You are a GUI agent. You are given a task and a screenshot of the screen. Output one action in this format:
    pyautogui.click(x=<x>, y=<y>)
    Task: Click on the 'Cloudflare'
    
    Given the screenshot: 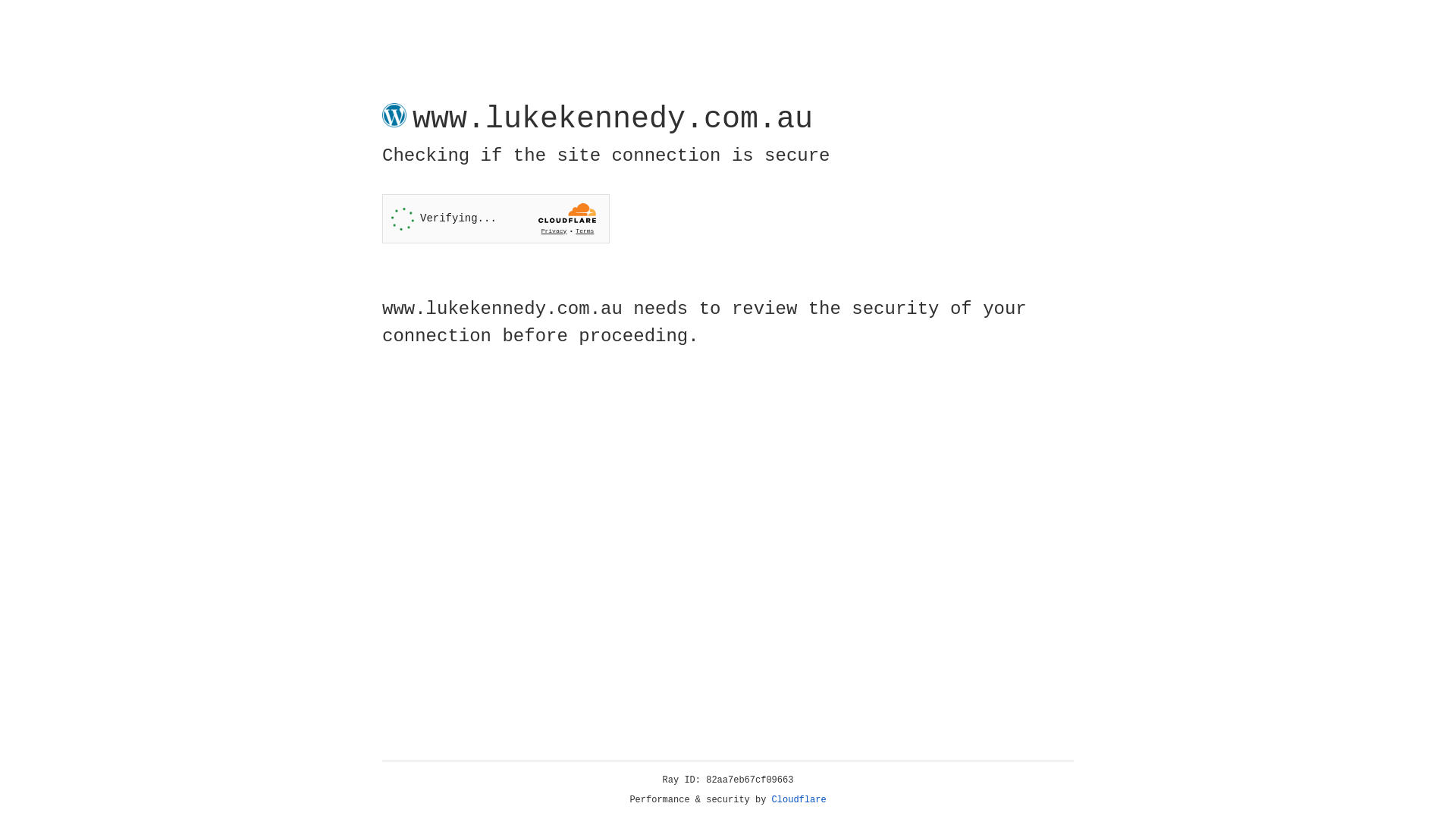 What is the action you would take?
    pyautogui.click(x=799, y=799)
    